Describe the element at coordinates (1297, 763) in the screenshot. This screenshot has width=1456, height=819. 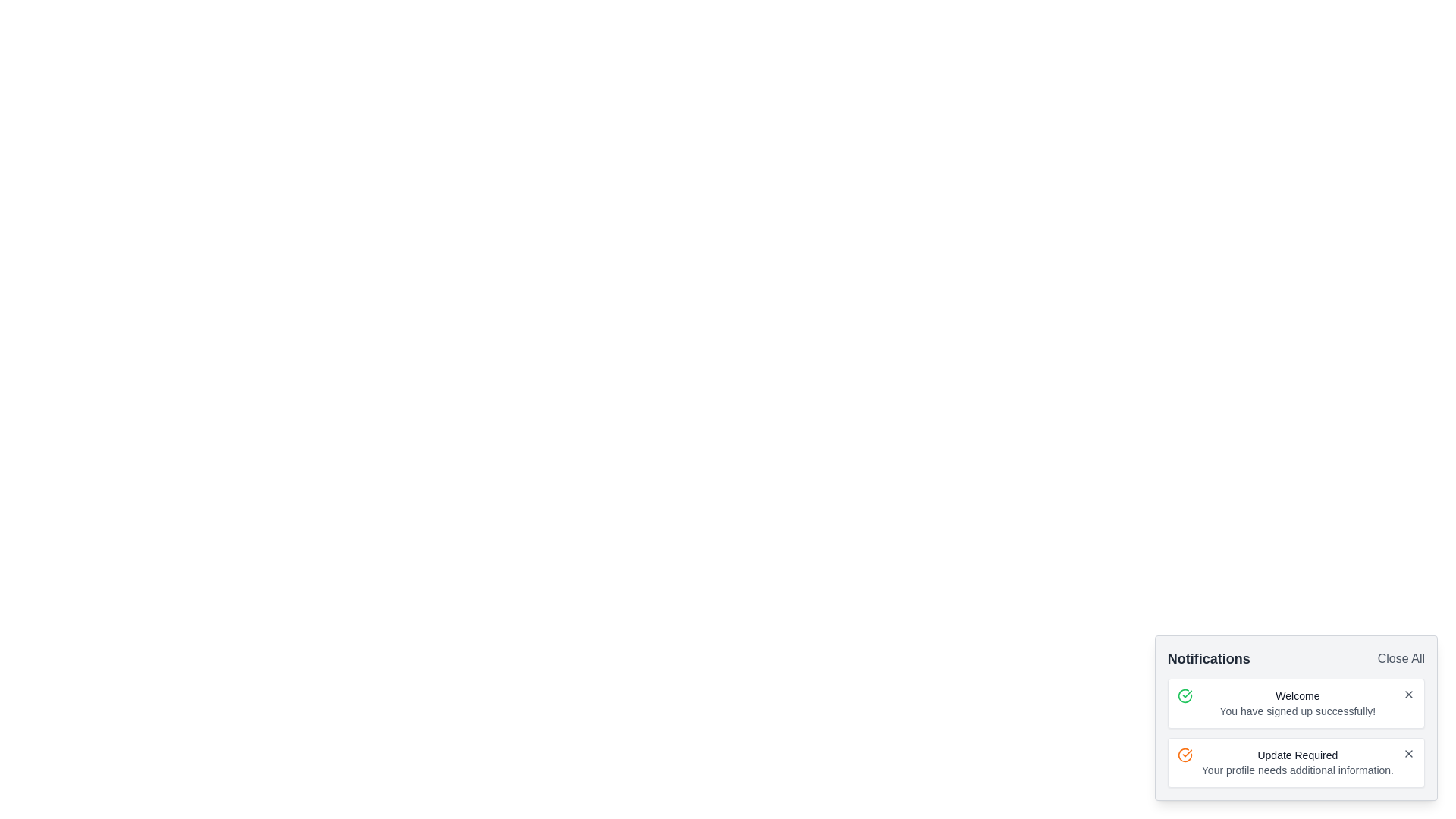
I see `notification message displayed as the second entry in the notification panel, located below the 'Welcome' notification in the bottom-right corner of the interface` at that location.